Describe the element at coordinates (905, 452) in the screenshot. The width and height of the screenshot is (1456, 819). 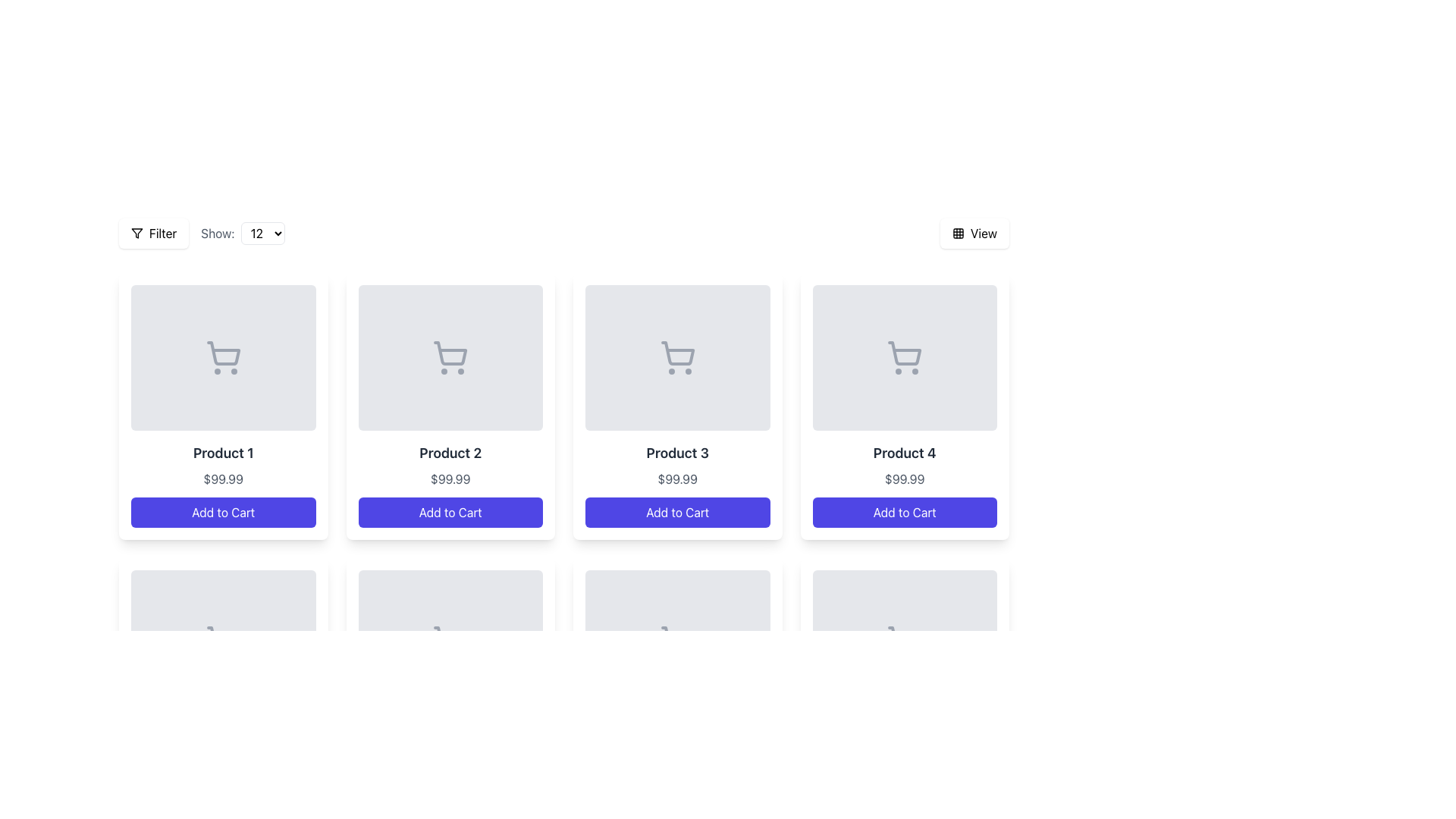
I see `text label that identifies the product in the fourth product card, located below the image and above the price text` at that location.